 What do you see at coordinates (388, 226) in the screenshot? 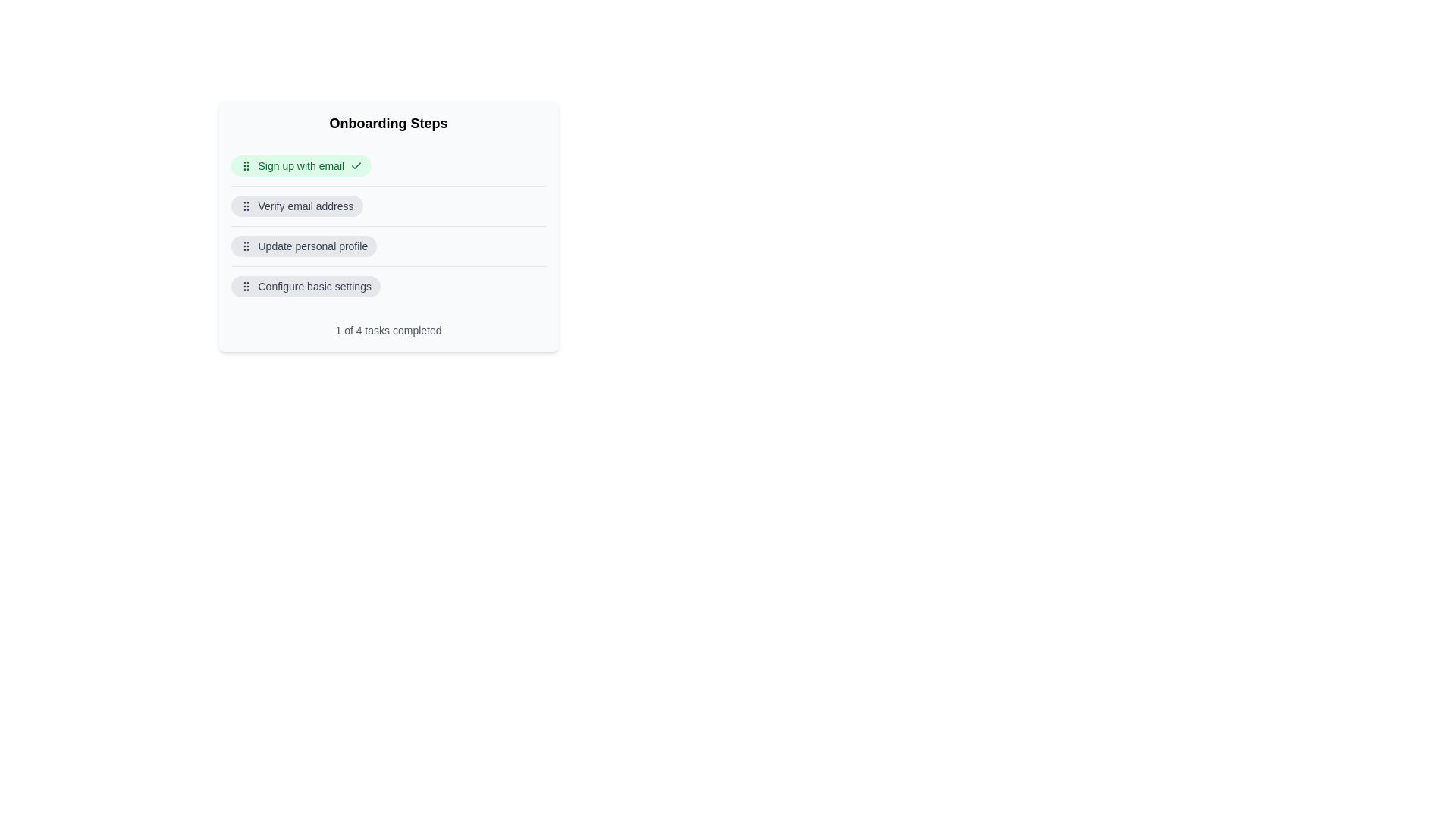
I see `the list item displaying the task 'Verify email address' in the onboarding process to view its details` at bounding box center [388, 226].